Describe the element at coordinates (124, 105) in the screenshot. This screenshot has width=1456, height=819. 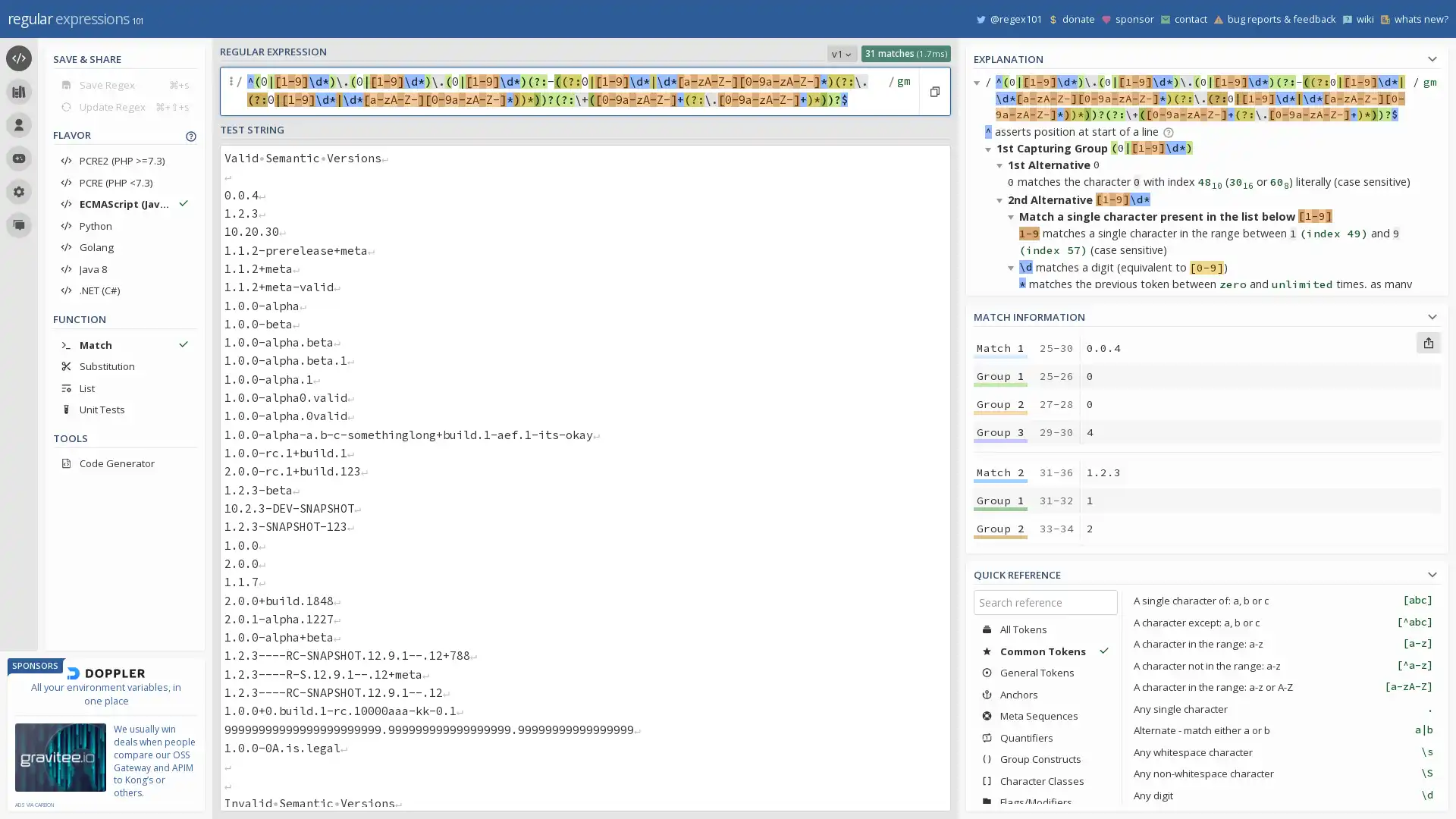
I see `Update Regex ++s` at that location.